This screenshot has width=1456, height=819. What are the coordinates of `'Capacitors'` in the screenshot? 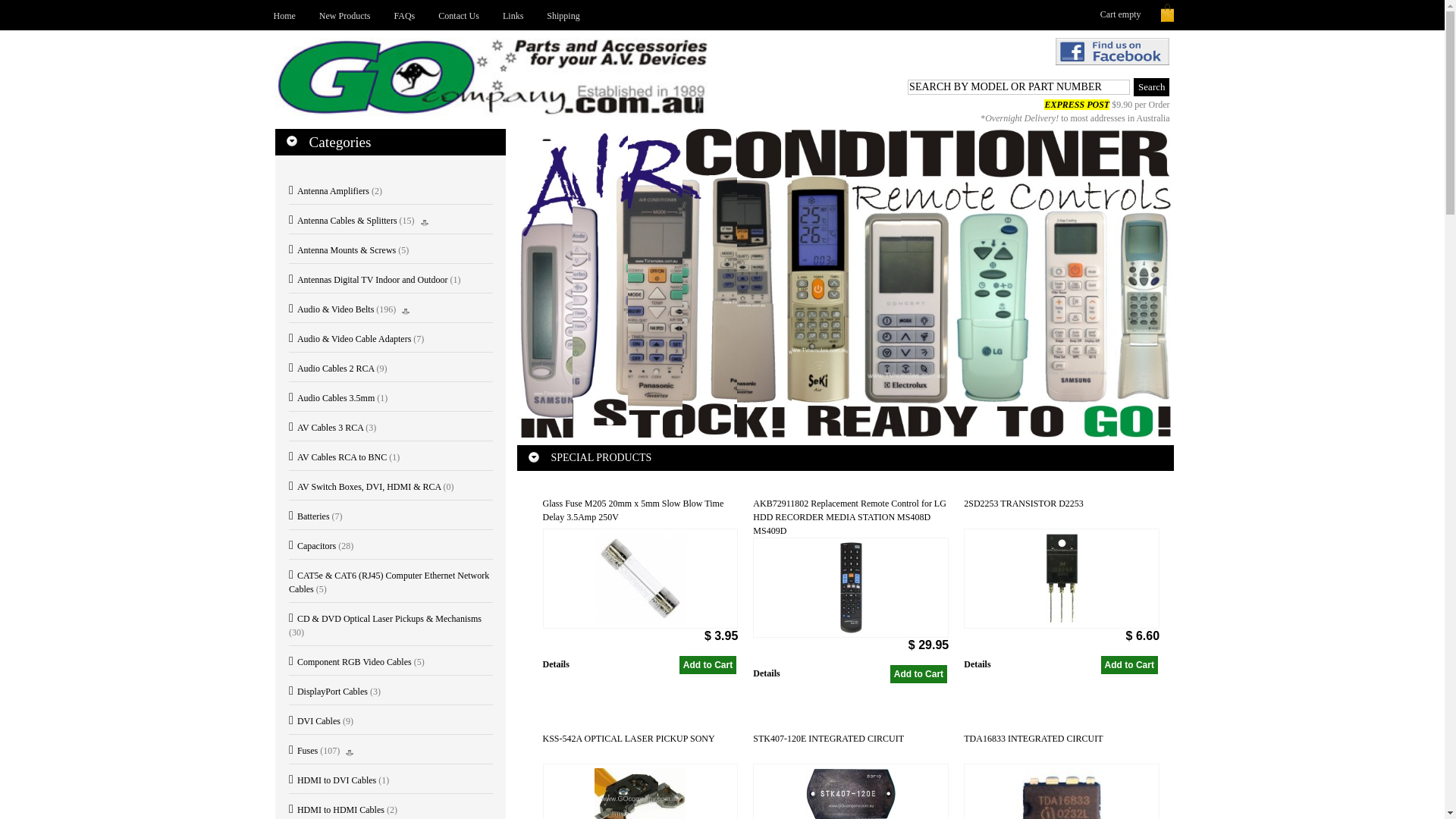 It's located at (312, 546).